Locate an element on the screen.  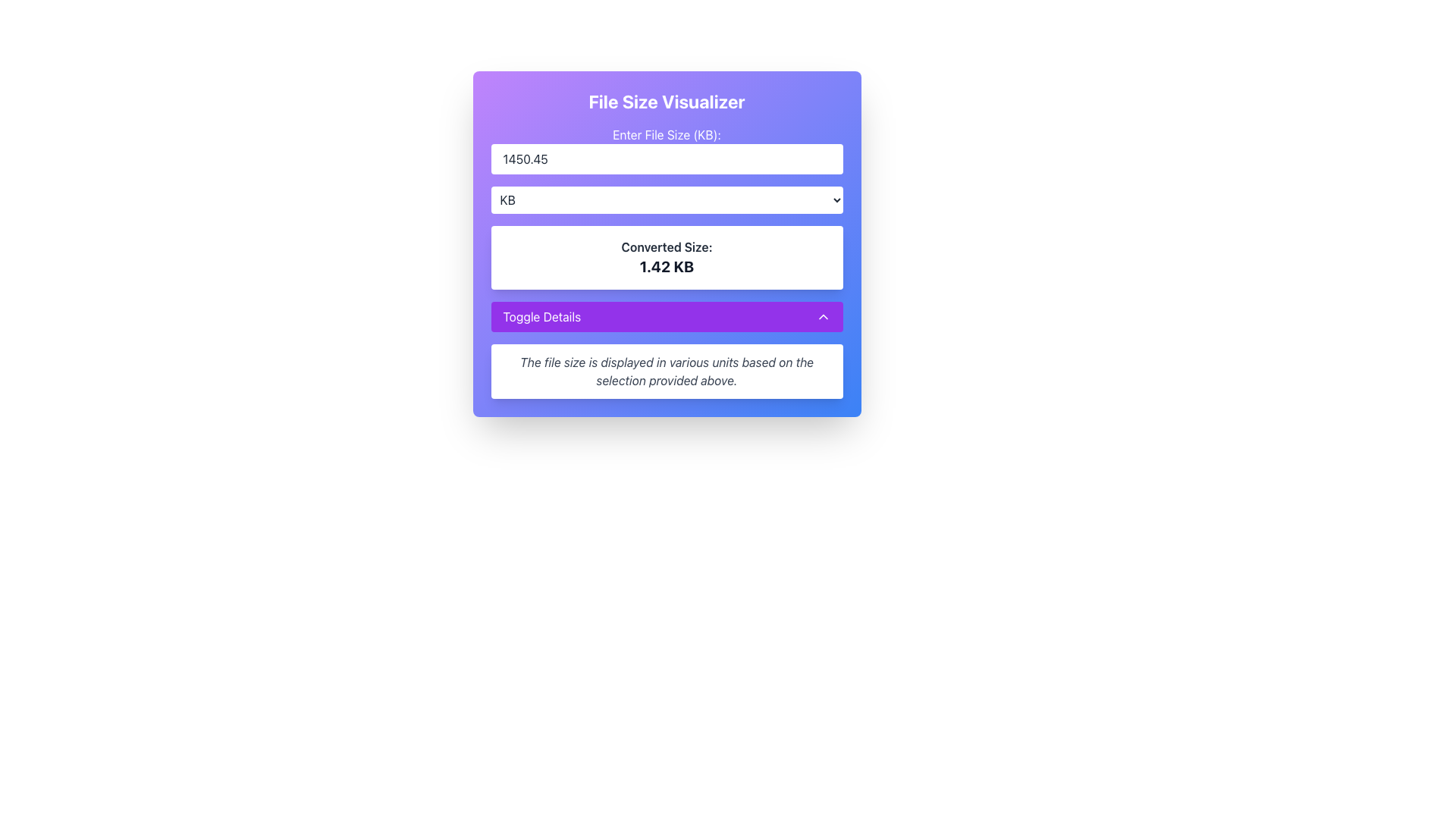
the Text Label that instructs users to input the file size in kilobytes, positioned above the number input field is located at coordinates (667, 133).